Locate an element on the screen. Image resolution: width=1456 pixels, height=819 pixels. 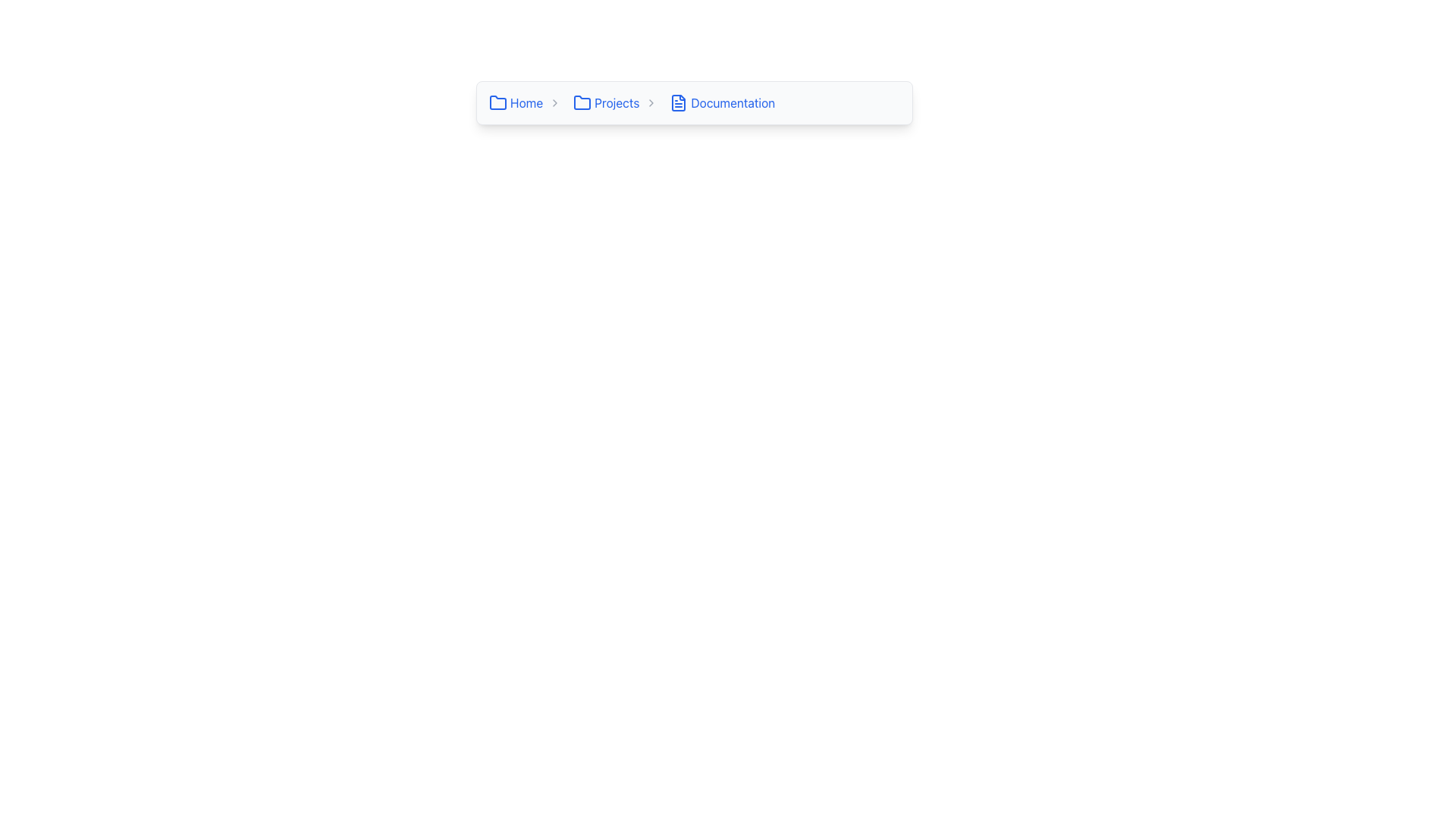
the rightmost hyperlink in the breadcrumb navigation bar is located at coordinates (733, 102).